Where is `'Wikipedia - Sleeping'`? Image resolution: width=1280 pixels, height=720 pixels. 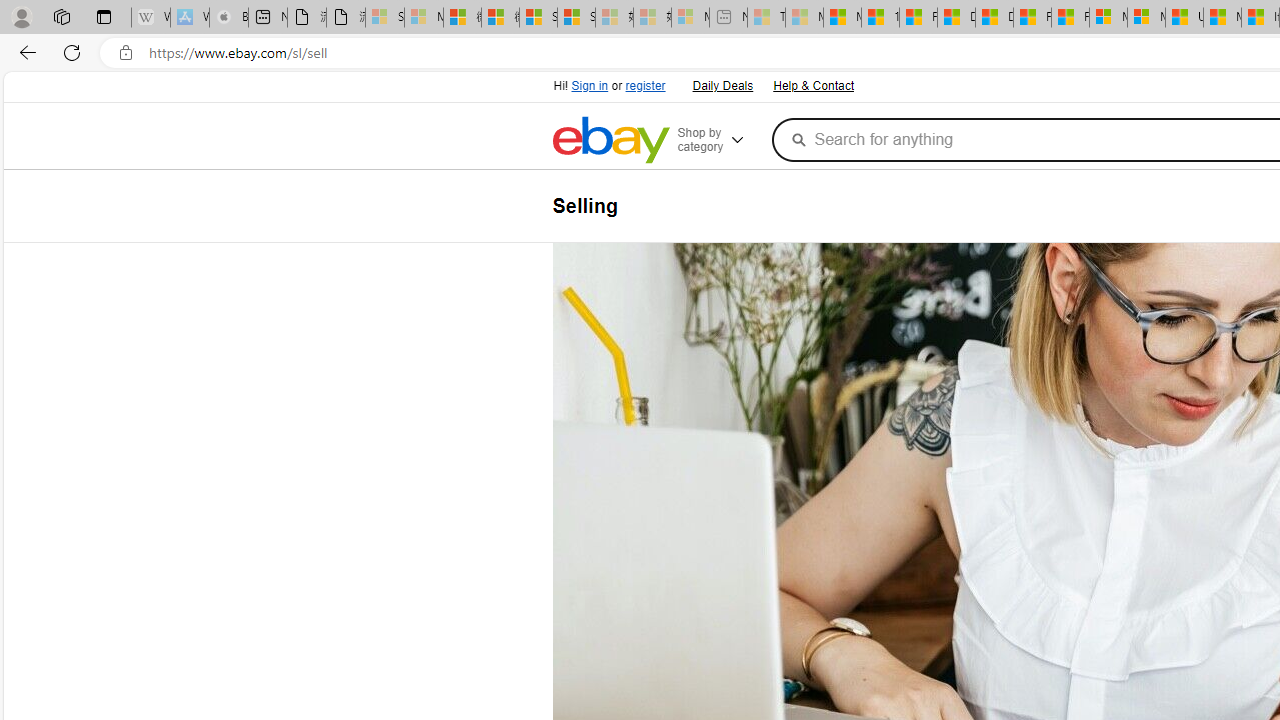
'Wikipedia - Sleeping' is located at coordinates (150, 17).